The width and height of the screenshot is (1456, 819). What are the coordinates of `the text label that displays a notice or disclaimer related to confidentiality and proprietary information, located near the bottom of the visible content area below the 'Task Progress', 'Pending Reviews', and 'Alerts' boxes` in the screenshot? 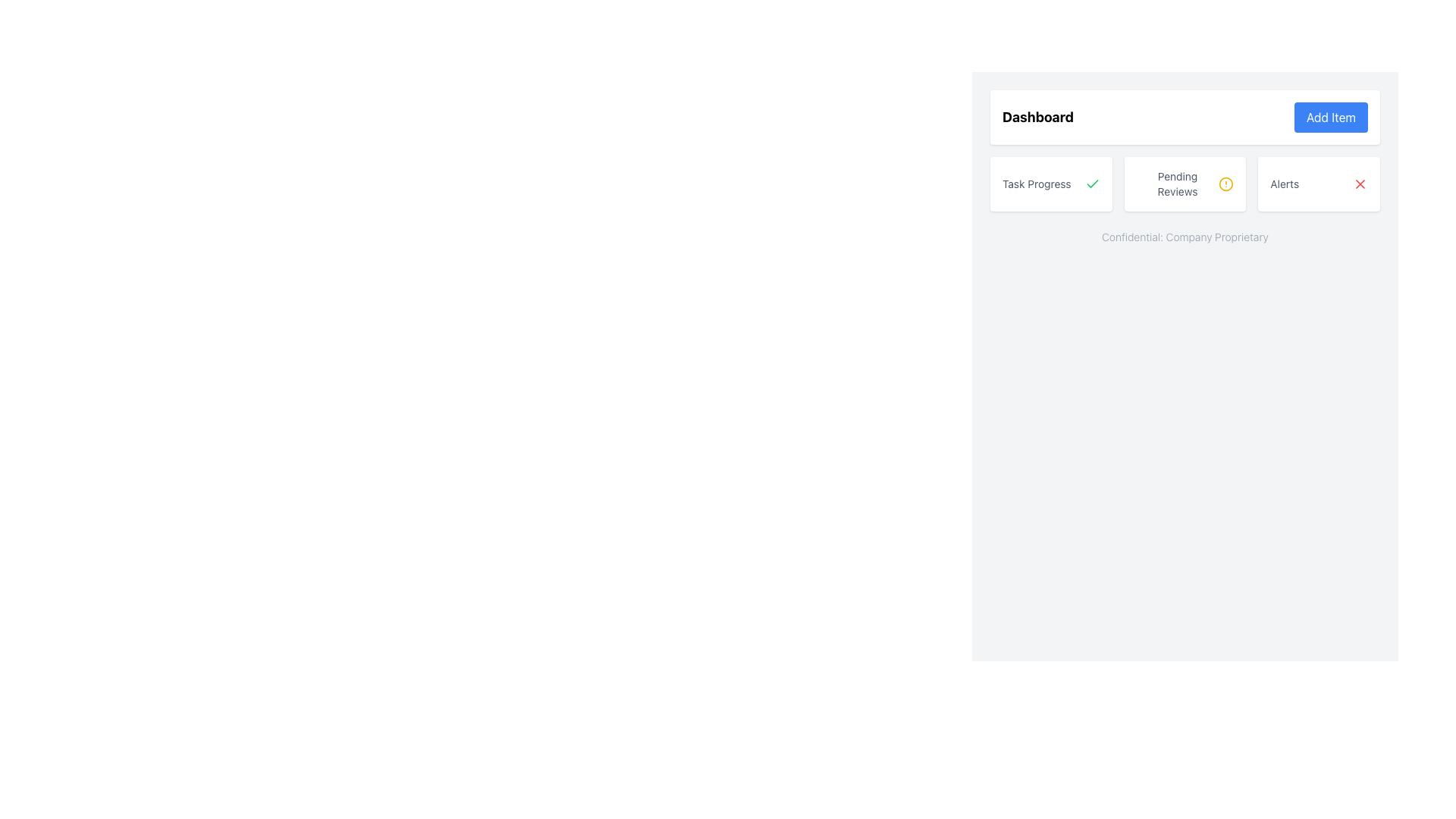 It's located at (1185, 237).